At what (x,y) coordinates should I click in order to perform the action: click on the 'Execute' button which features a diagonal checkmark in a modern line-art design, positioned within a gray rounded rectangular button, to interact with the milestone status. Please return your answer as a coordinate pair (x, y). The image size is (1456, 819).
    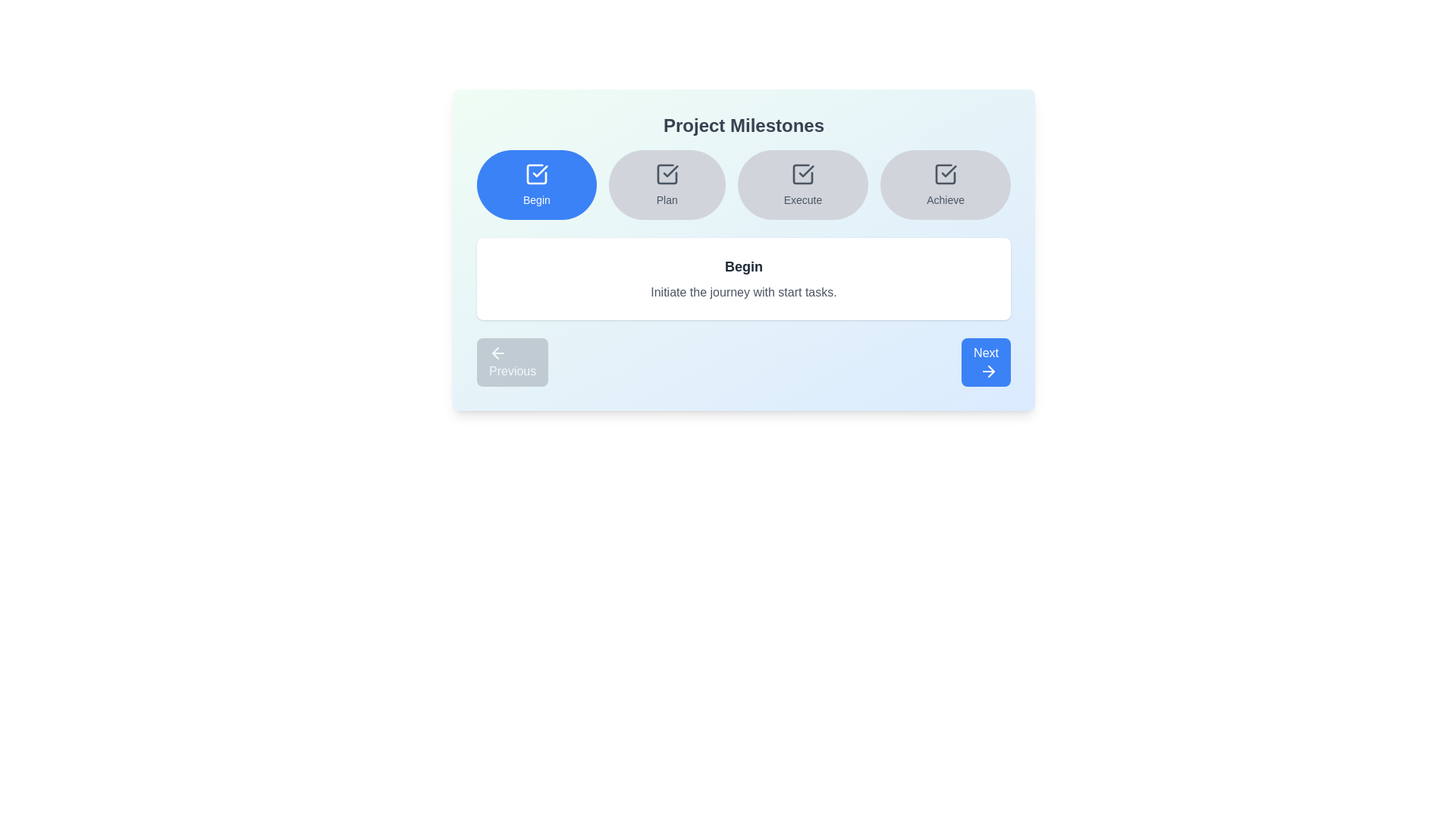
    Looking at the image, I should click on (805, 171).